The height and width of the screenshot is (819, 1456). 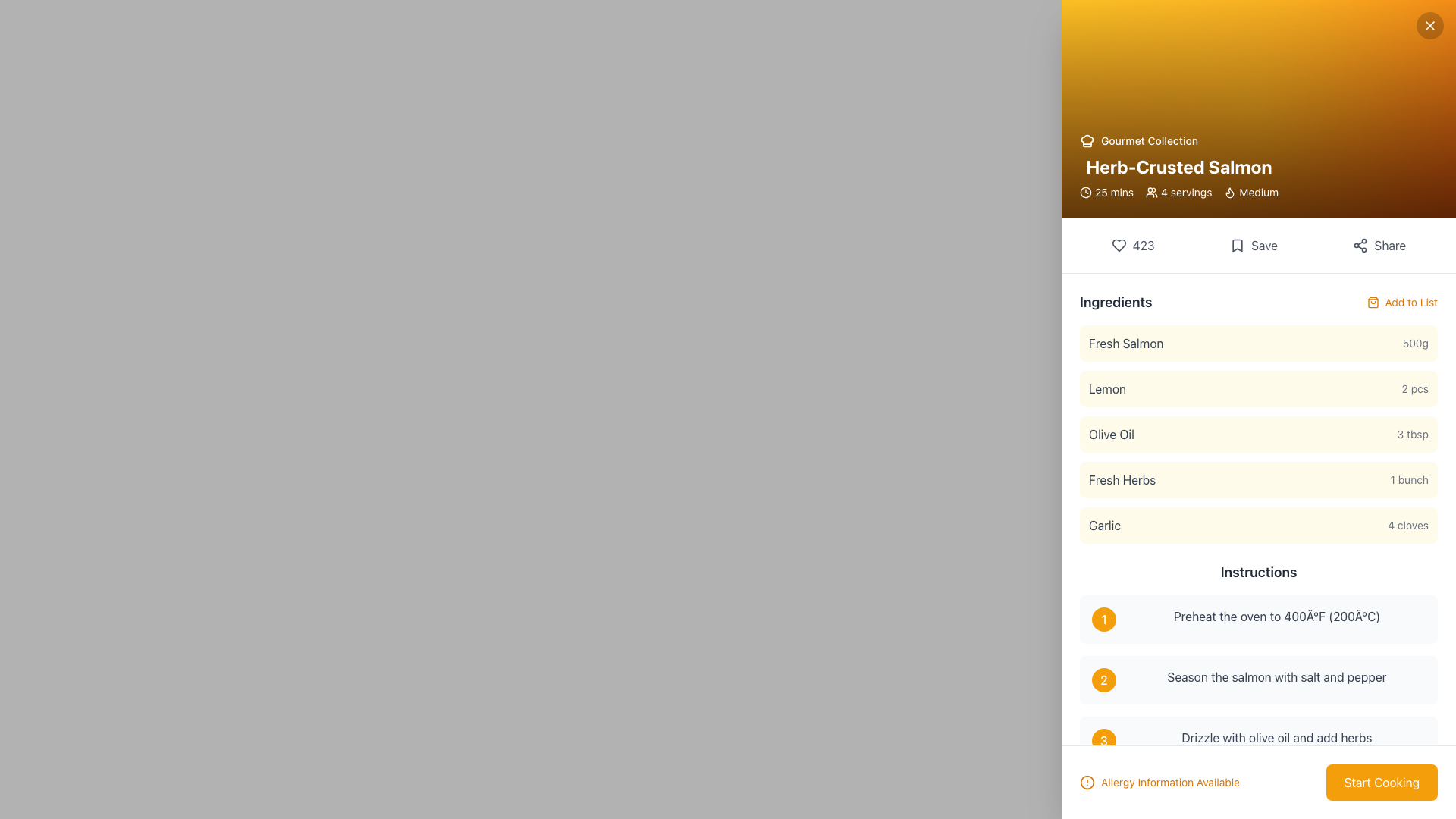 I want to click on instructional text block displaying step 3, which contains the text 'Drizzle with olive oil and add herbs' and has a numeric indicator '3' on the left, so click(x=1259, y=739).